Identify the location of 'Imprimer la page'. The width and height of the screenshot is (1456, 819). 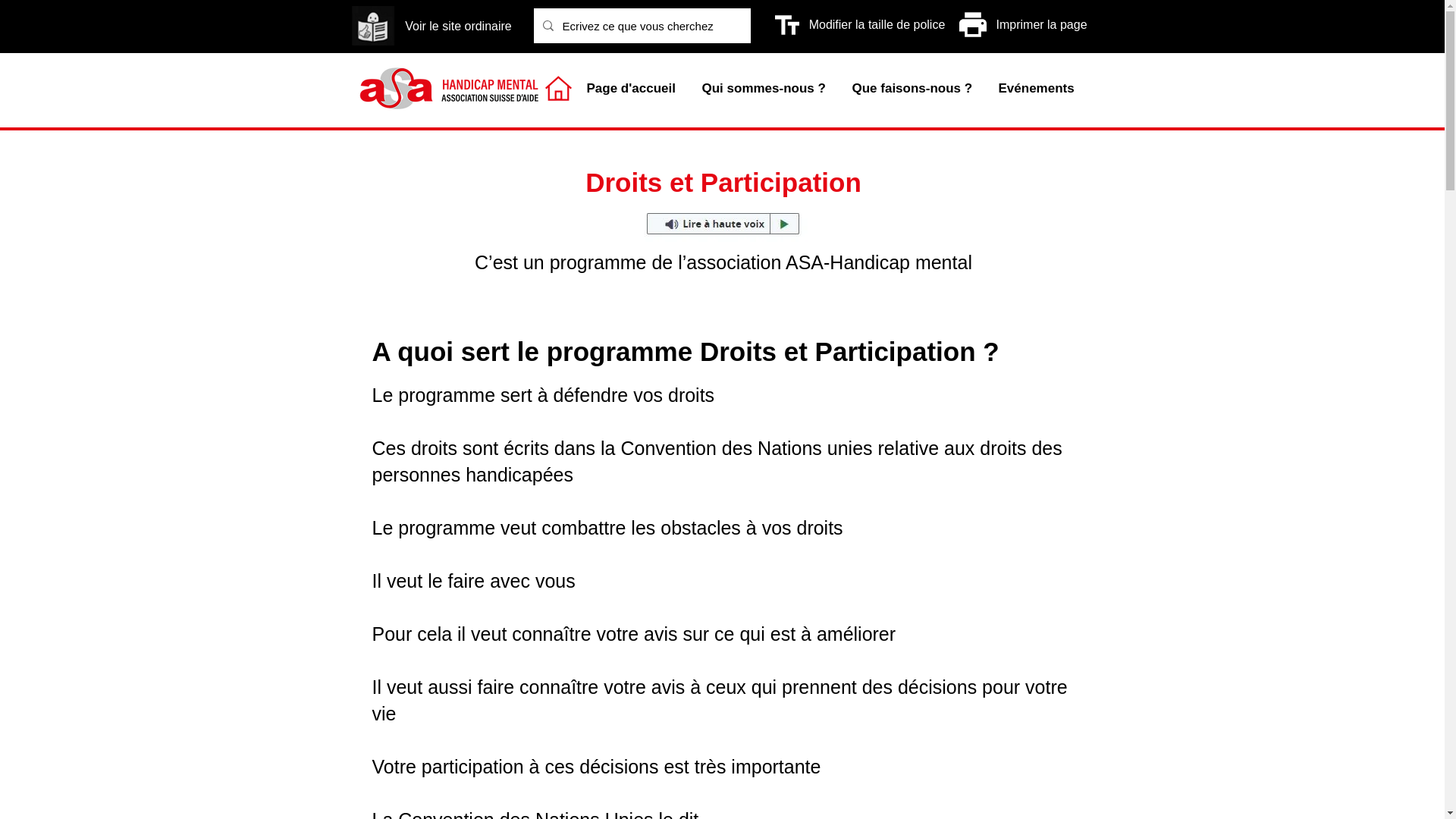
(1040, 25).